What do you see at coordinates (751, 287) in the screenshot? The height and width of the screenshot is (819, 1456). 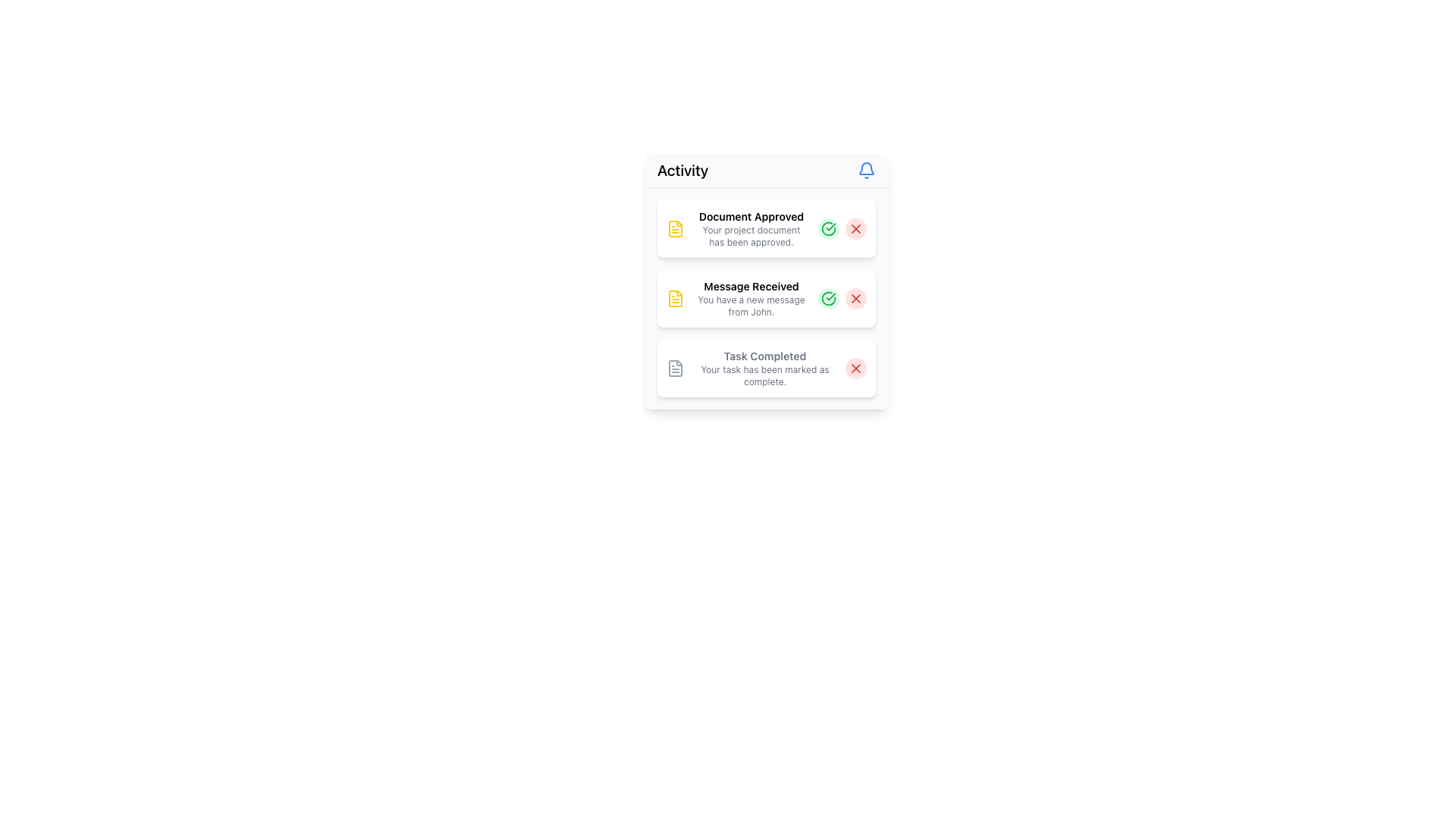 I see `the text label displaying 'Message Received' in bold black font, located in the second notification card from the top` at bounding box center [751, 287].